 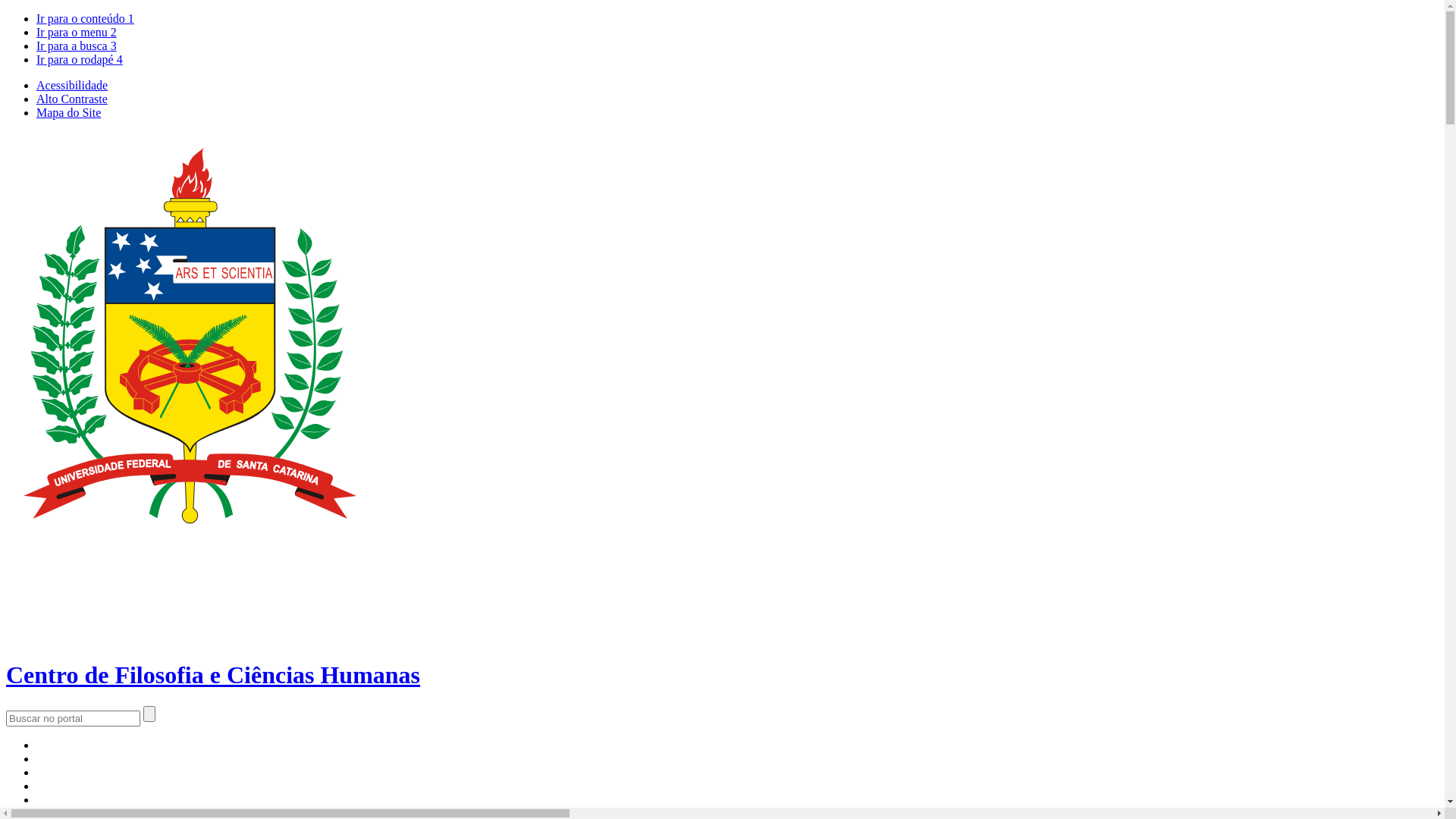 What do you see at coordinates (71, 85) in the screenshot?
I see `'Acessibilidade'` at bounding box center [71, 85].